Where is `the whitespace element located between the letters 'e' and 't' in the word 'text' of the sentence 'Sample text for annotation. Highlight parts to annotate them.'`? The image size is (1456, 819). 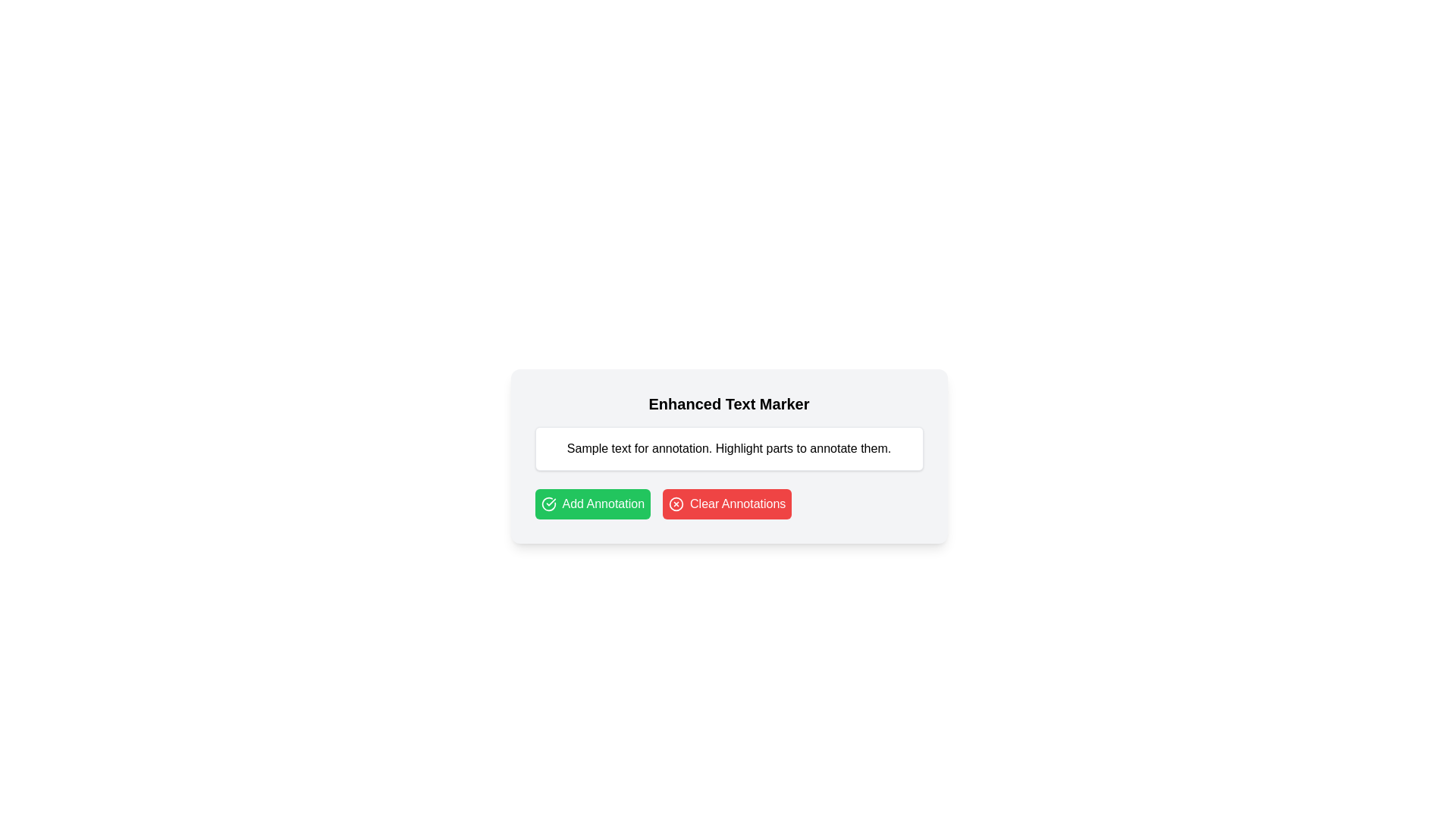 the whitespace element located between the letters 'e' and 't' in the word 'text' of the sentence 'Sample text for annotation. Highlight parts to annotate them.' is located at coordinates (610, 447).